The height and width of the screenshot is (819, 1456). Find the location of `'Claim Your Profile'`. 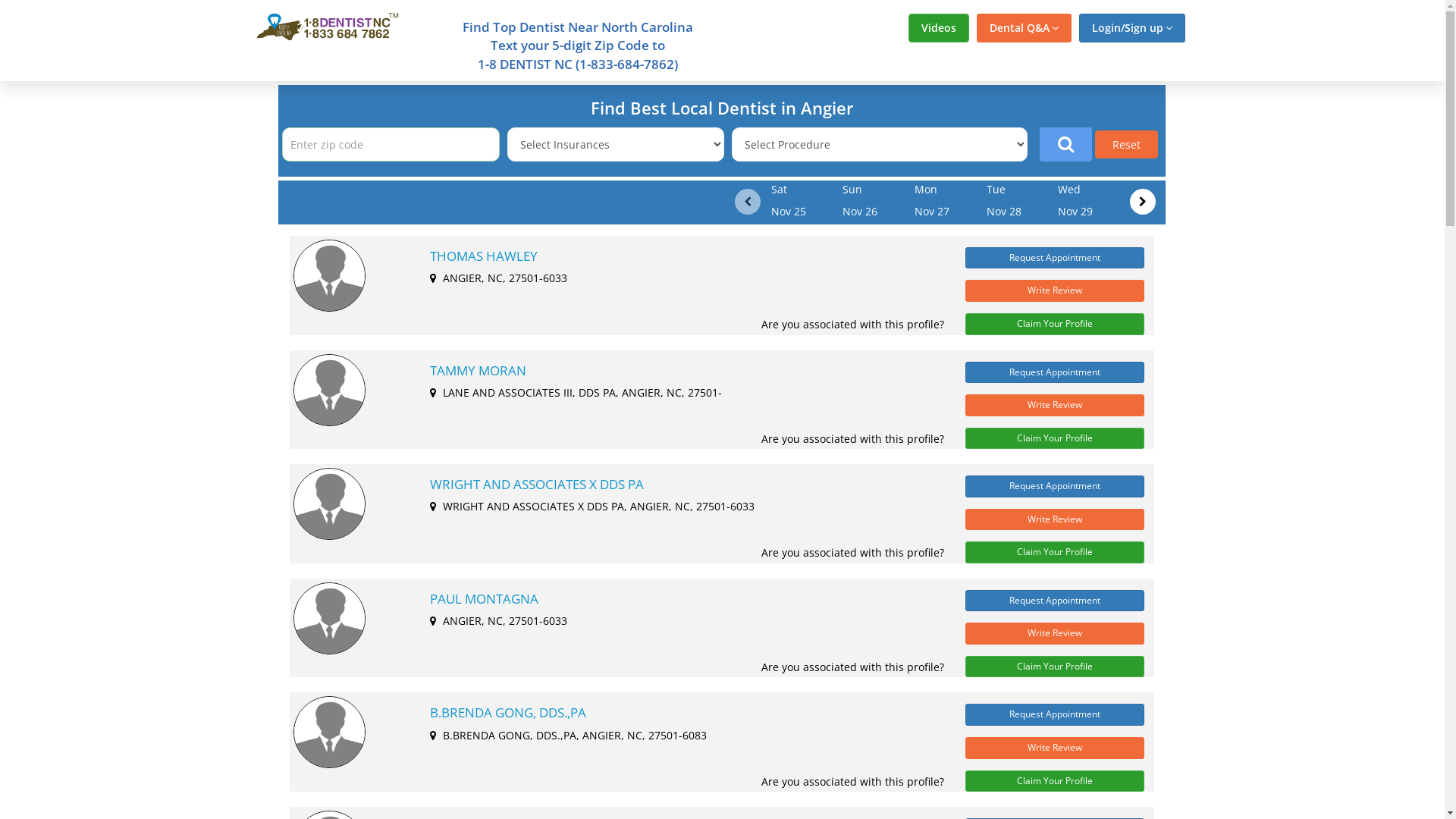

'Claim Your Profile' is located at coordinates (1054, 323).